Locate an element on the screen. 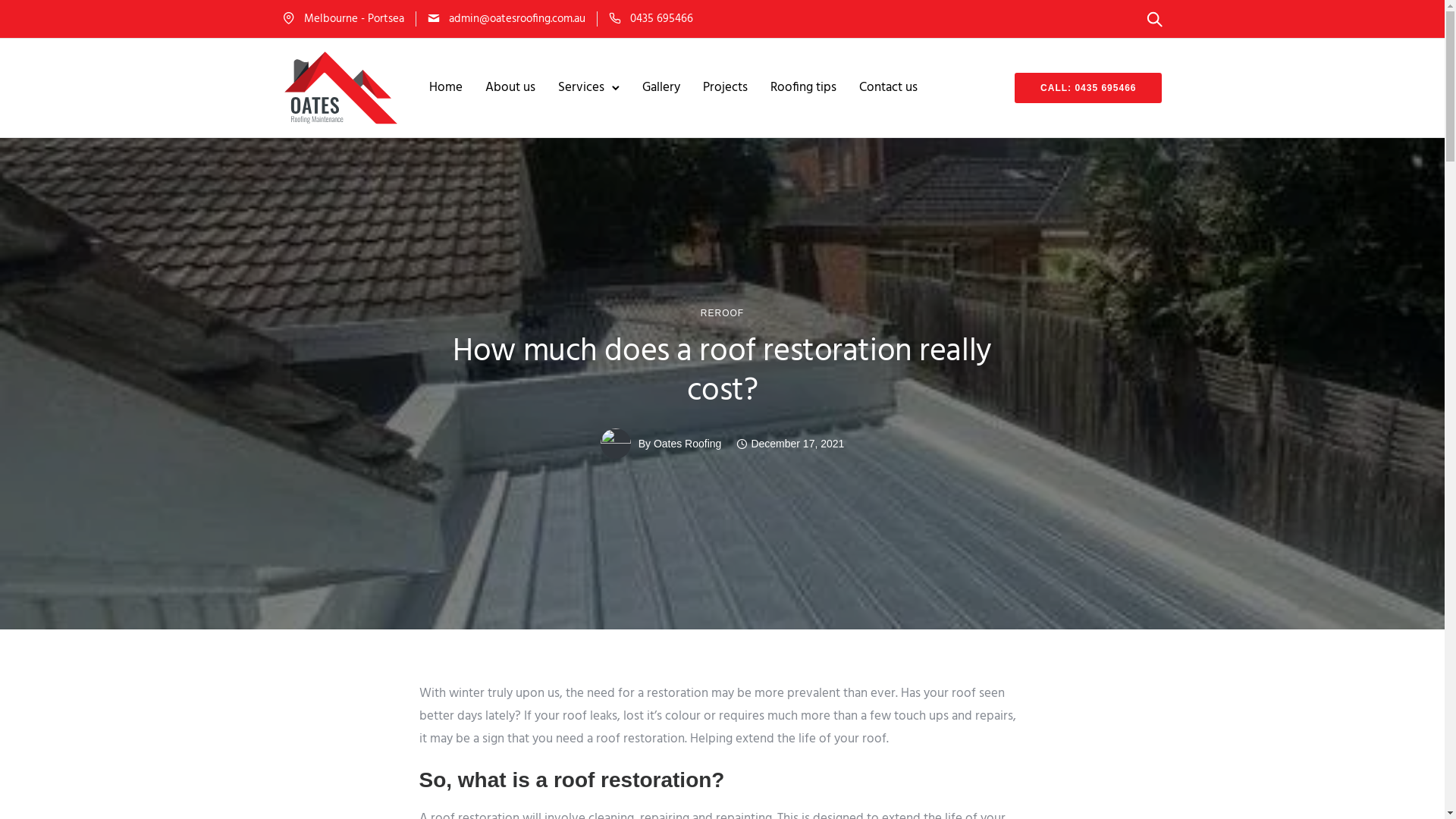  'Melbourne - Portsea' is located at coordinates (303, 17).